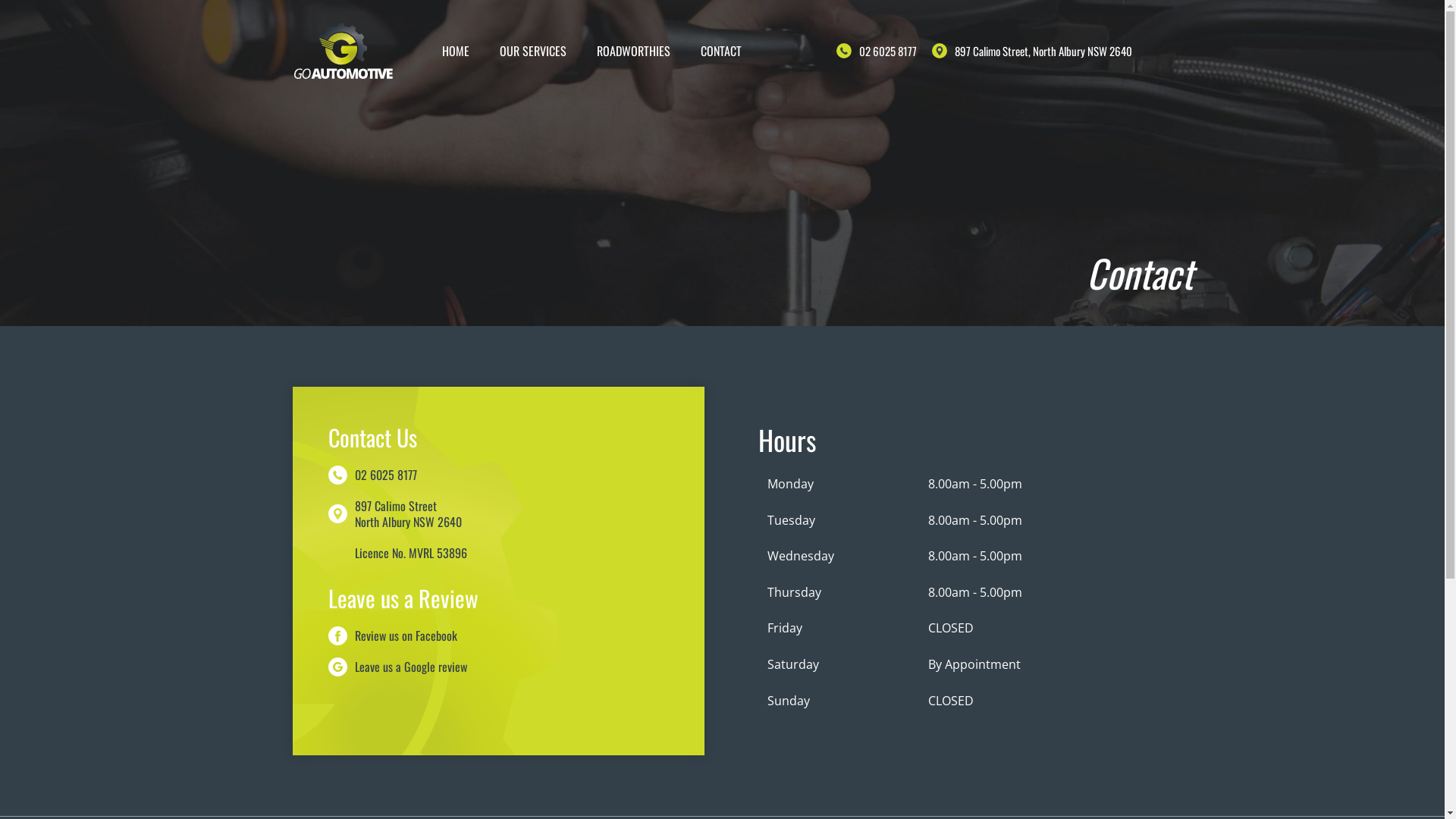 Image resolution: width=1456 pixels, height=819 pixels. I want to click on '897 Calimo Street, North Albury NSW 2640', so click(1037, 49).